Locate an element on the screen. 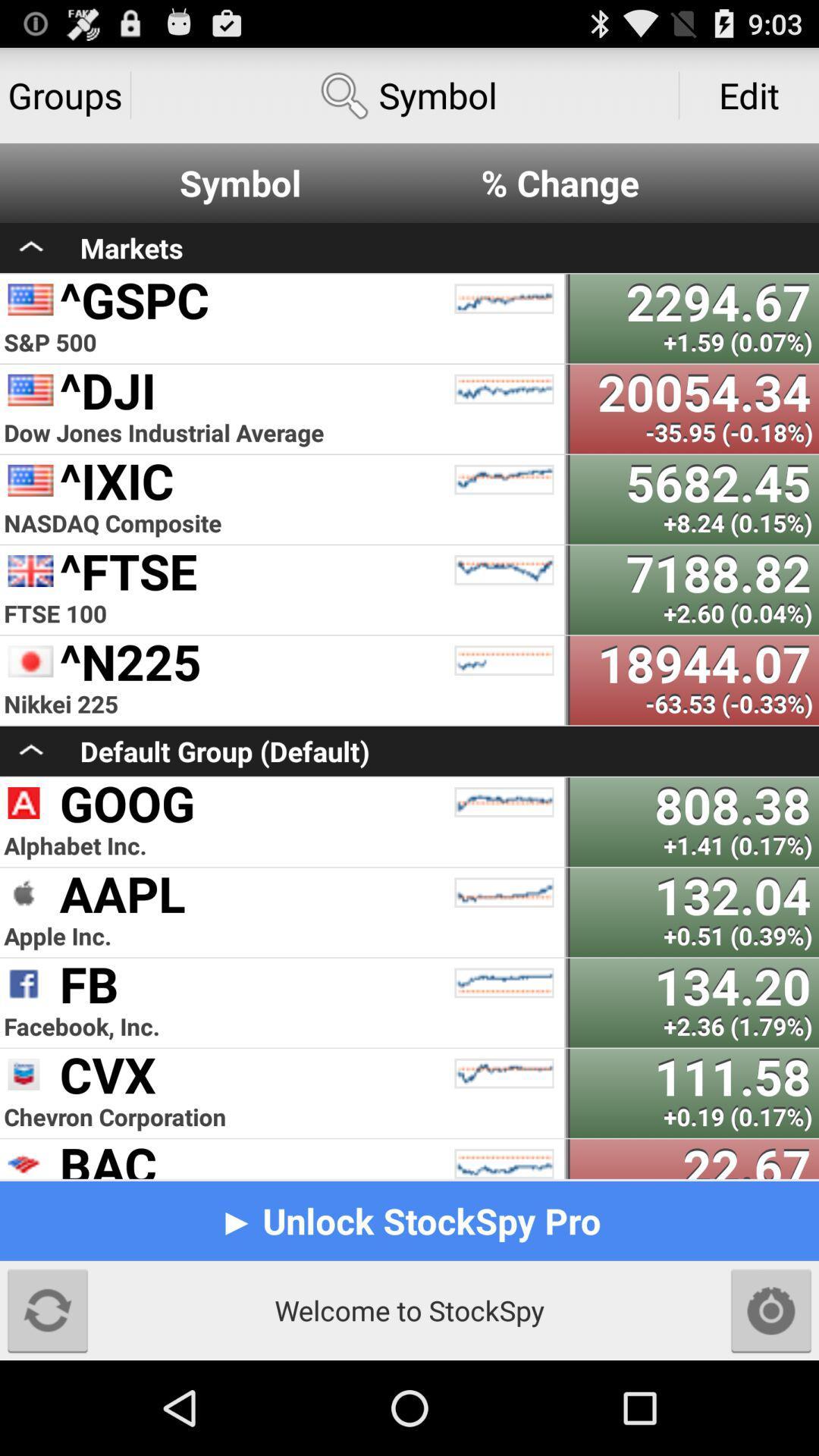  refresh screen is located at coordinates (46, 1310).